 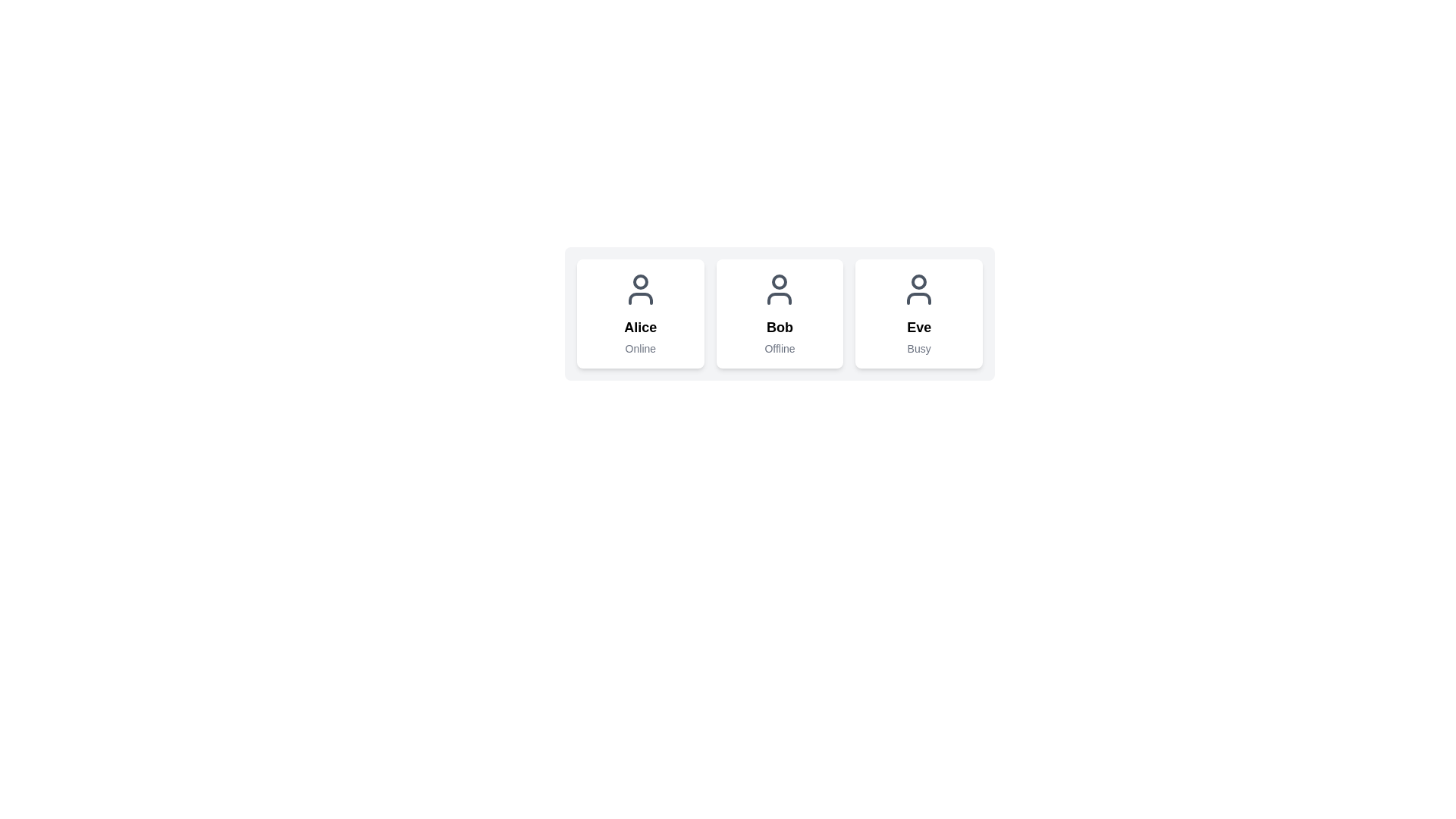 What do you see at coordinates (780, 289) in the screenshot?
I see `the user icon representing 'Bob' in the center card of the user cards` at bounding box center [780, 289].